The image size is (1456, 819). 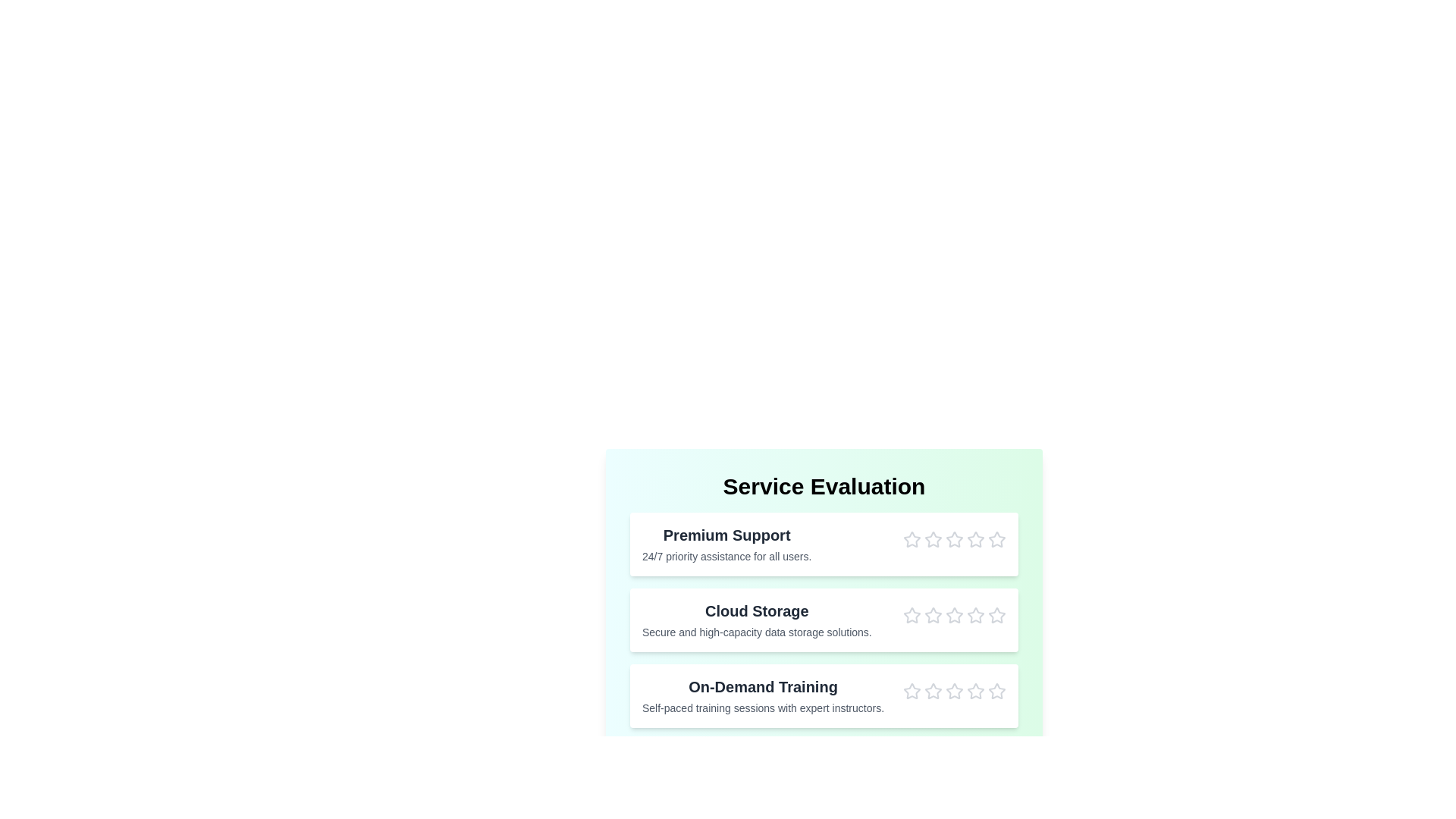 What do you see at coordinates (997, 539) in the screenshot?
I see `the star corresponding to 5 stars for the Premium Support service` at bounding box center [997, 539].